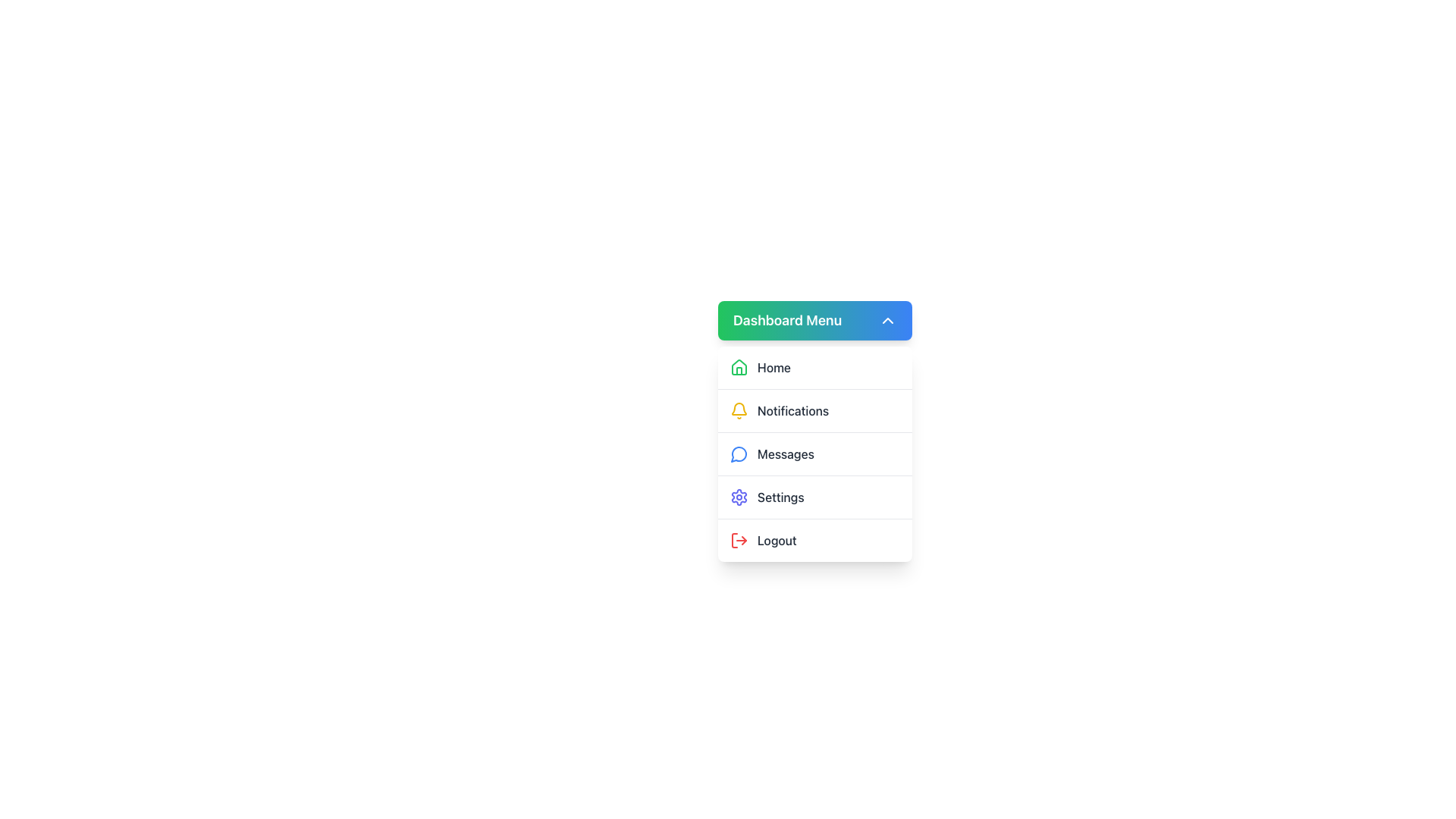 The width and height of the screenshot is (1456, 819). What do you see at coordinates (774, 368) in the screenshot?
I see `the 'Home' label, which is the first item in the 'Dashboard Menu' and is styled with a medium-weight font in gray, located to the right of a house icon` at bounding box center [774, 368].